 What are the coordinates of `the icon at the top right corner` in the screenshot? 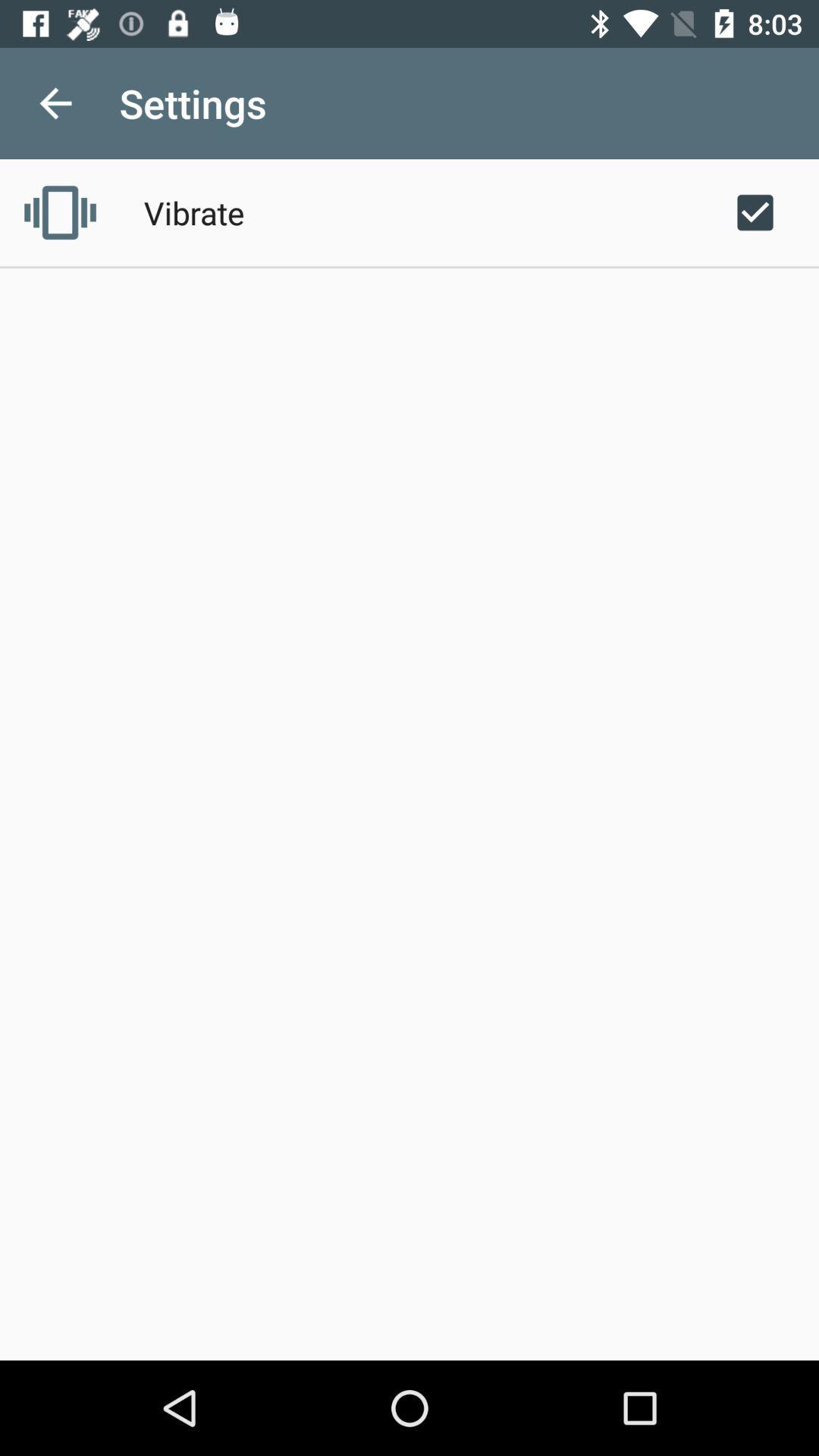 It's located at (755, 212).